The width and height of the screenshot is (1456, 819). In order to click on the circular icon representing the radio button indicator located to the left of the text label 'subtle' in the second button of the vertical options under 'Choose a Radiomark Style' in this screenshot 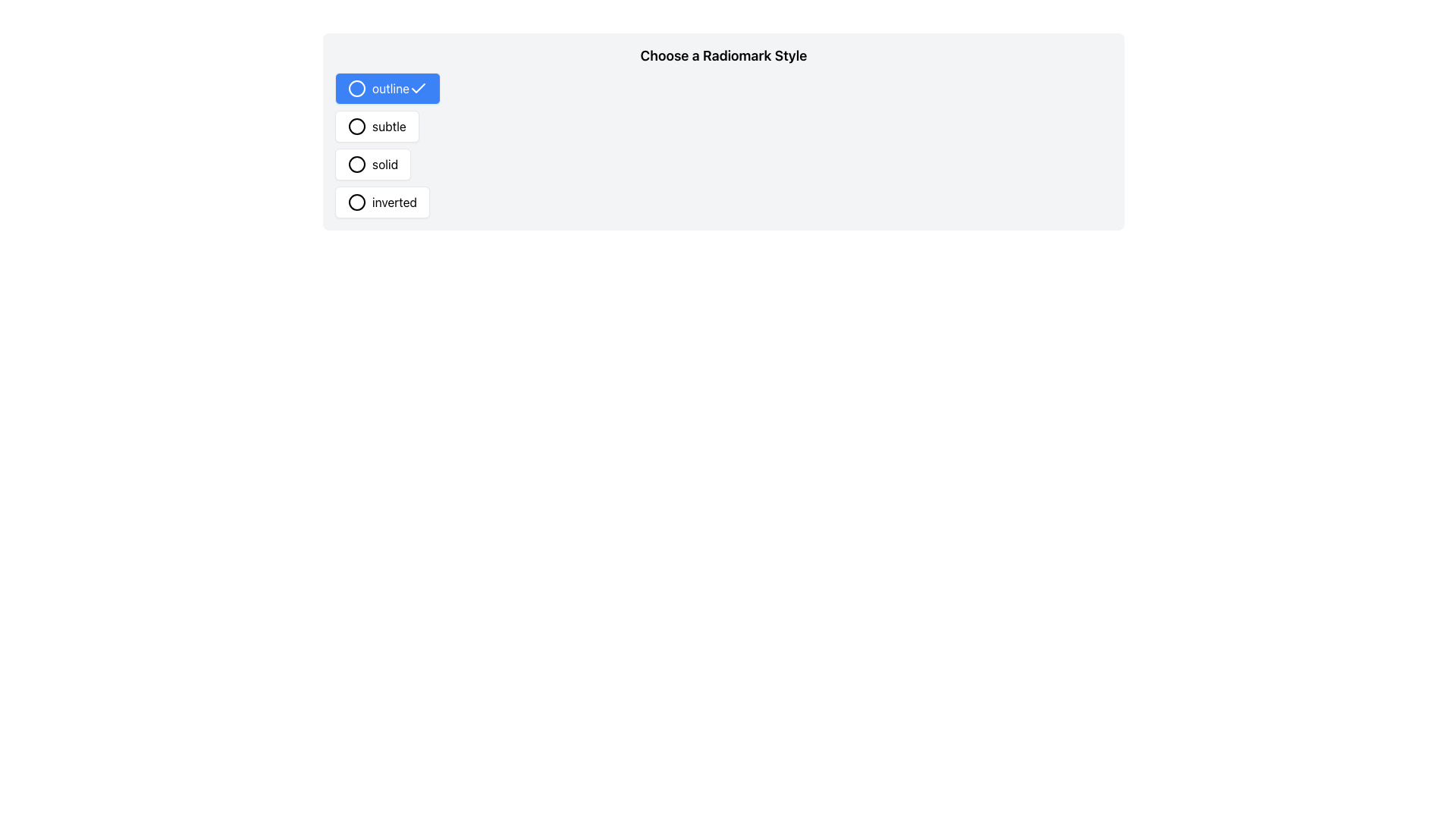, I will do `click(356, 125)`.